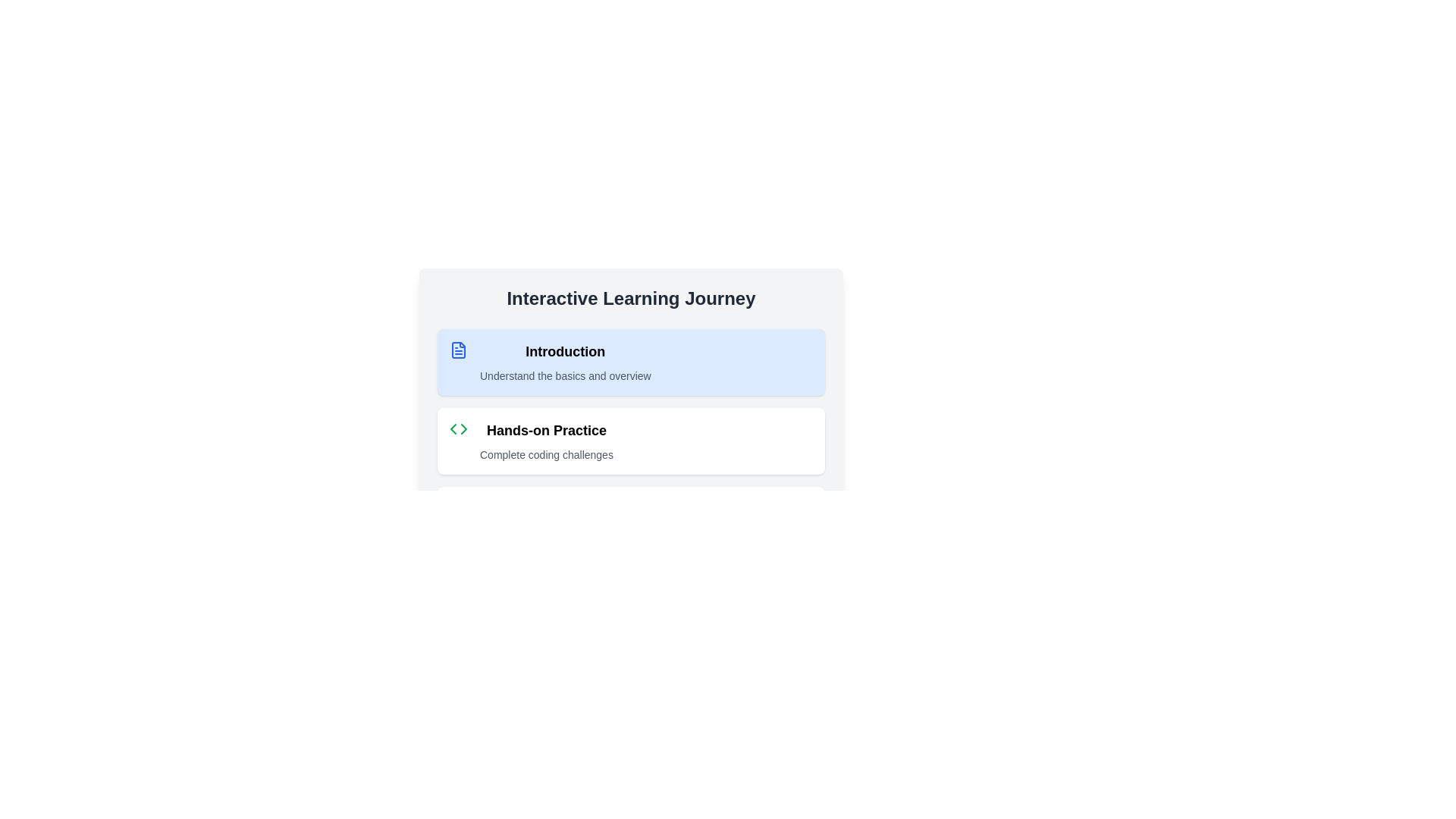 The image size is (1456, 819). I want to click on the topmost card in the vertical stack under the title 'Interactive Learning Journey', so click(631, 362).